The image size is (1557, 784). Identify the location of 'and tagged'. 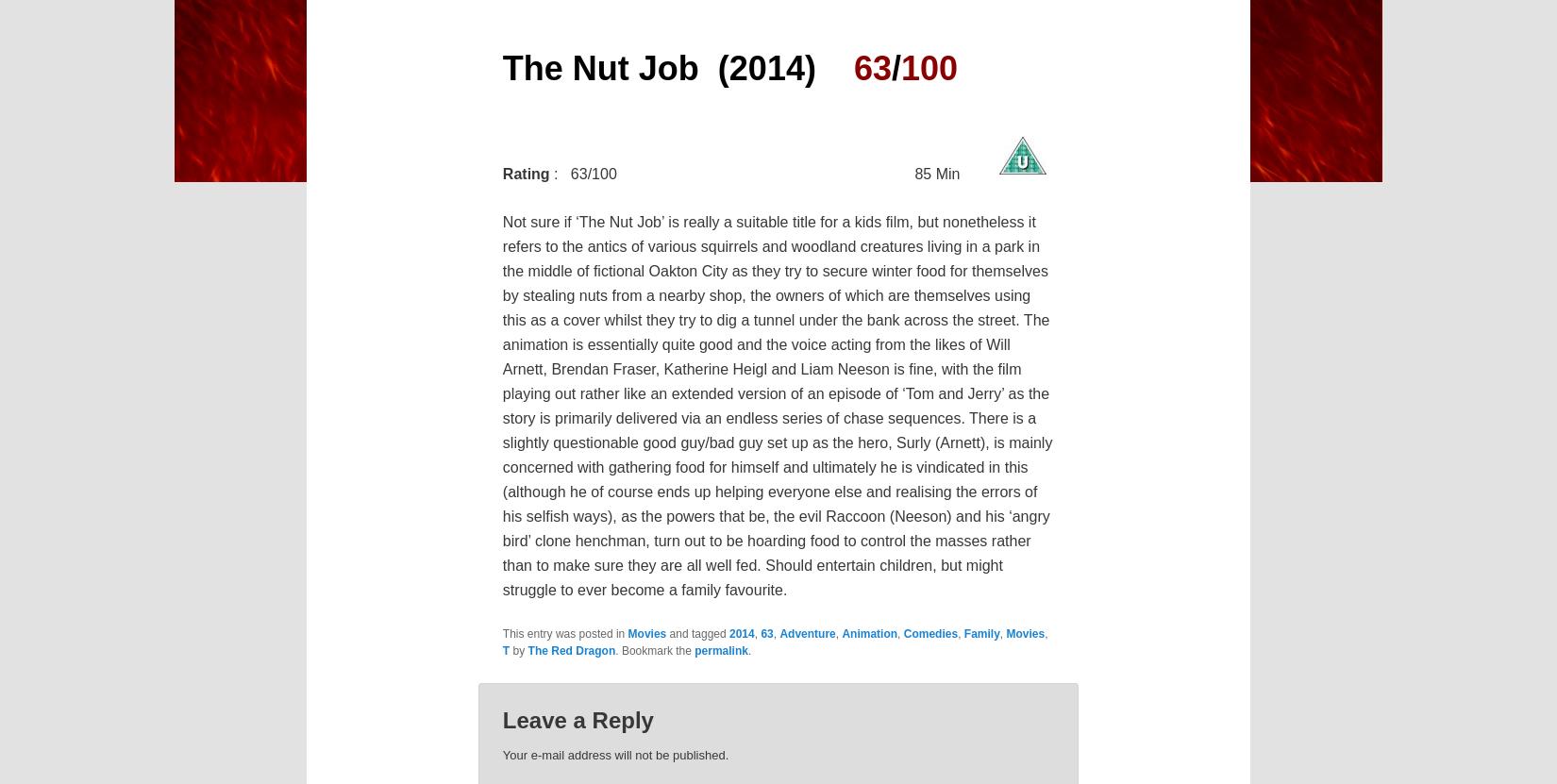
(696, 634).